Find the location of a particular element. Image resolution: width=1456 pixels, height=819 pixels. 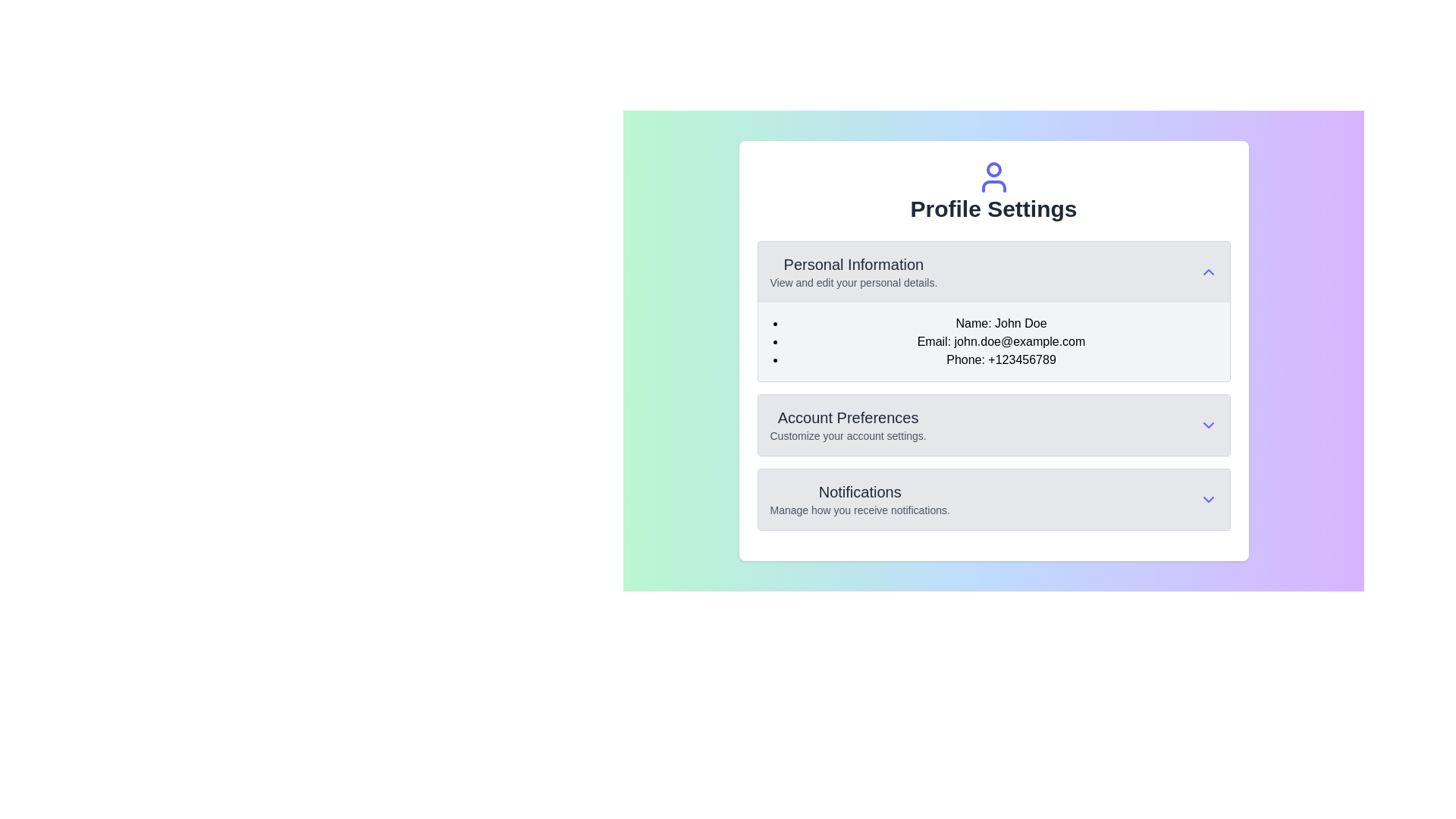

the downward-pointing chevron icon styled in blue-indigo color located at the right end of the 'Notifications' section header is located at coordinates (1207, 500).